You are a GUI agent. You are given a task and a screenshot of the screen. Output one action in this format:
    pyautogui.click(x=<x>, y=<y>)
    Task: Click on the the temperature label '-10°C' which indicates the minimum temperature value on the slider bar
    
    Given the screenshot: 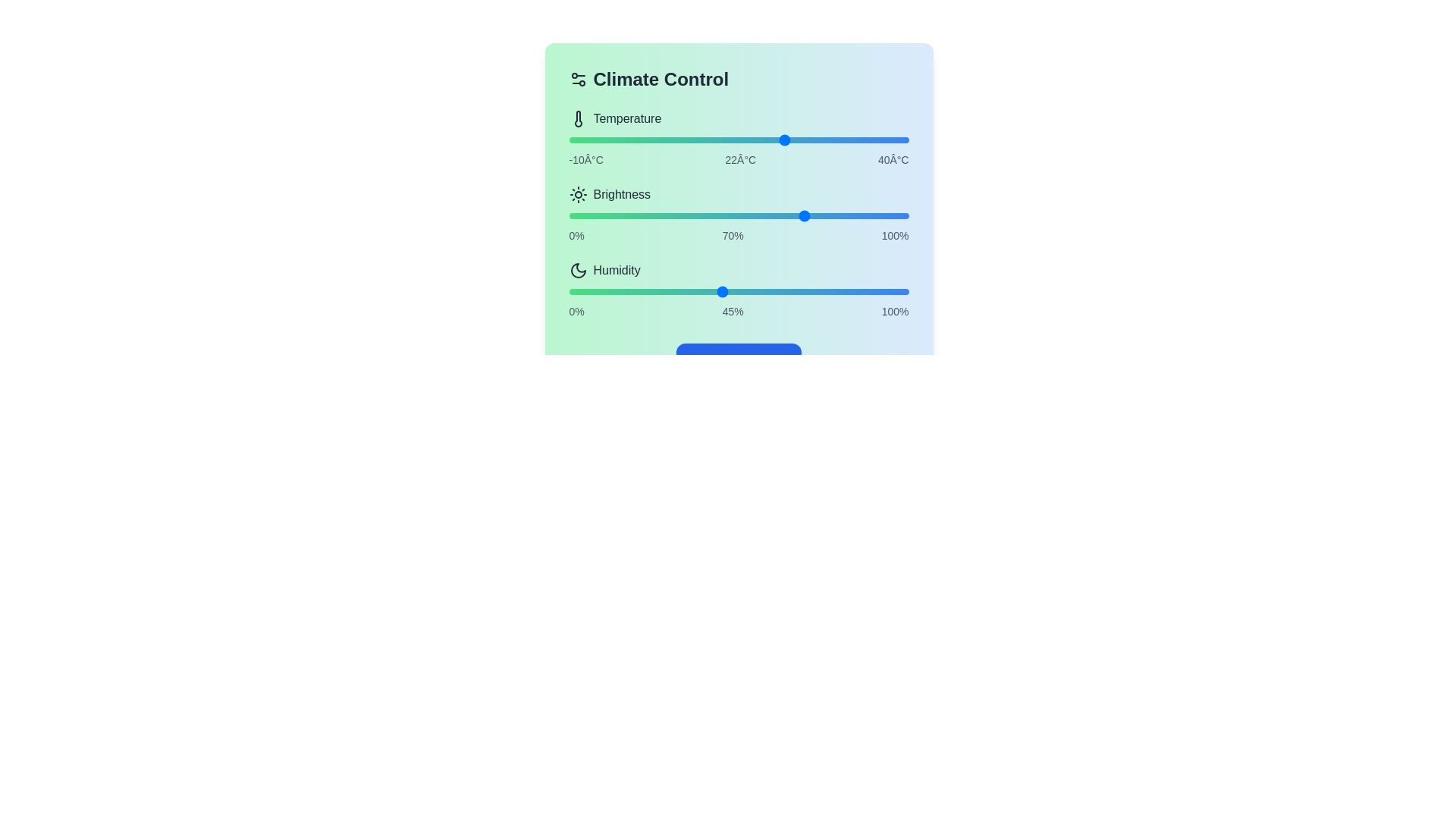 What is the action you would take?
    pyautogui.click(x=585, y=160)
    